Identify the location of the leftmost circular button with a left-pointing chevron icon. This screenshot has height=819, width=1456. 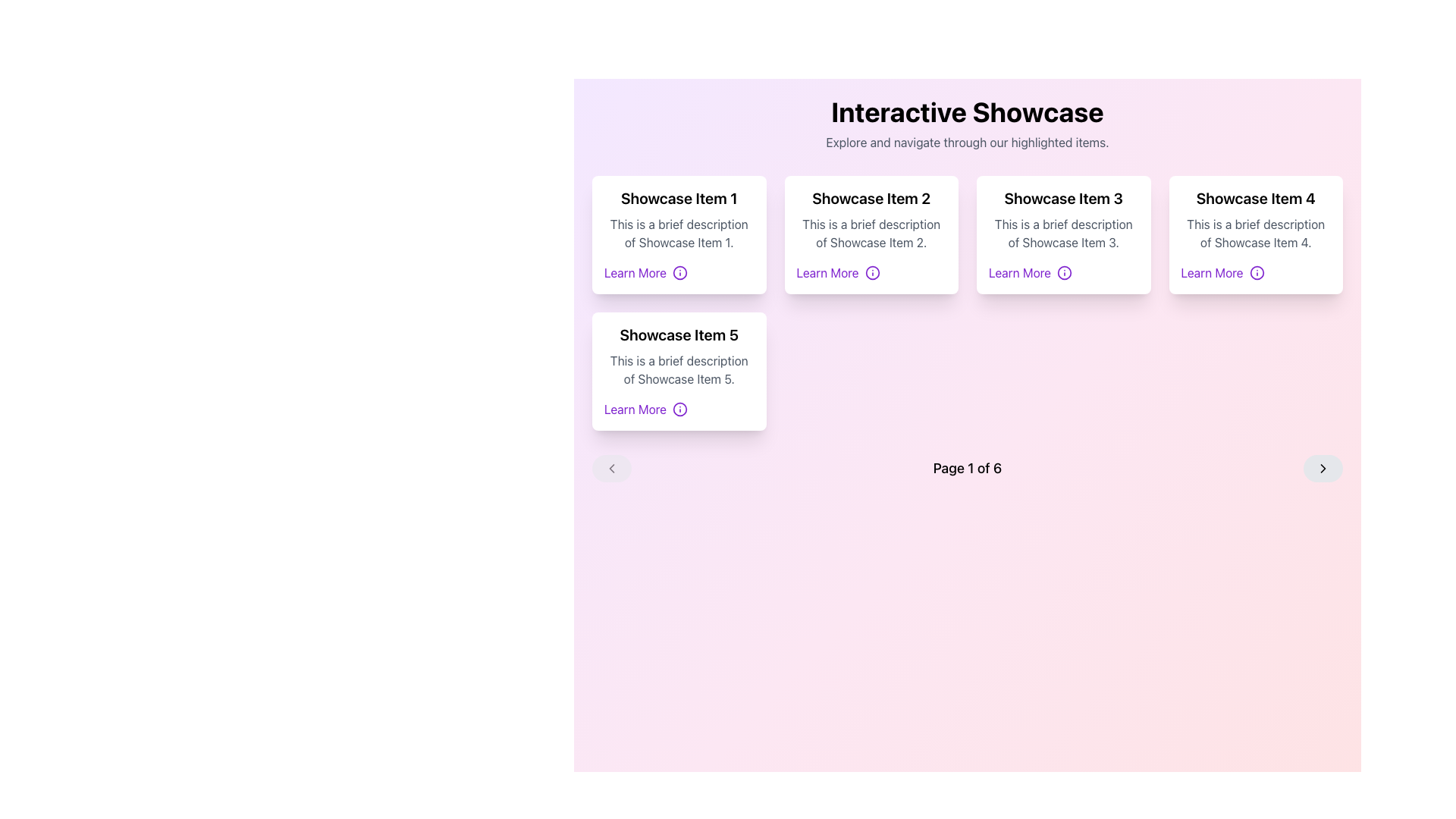
(611, 467).